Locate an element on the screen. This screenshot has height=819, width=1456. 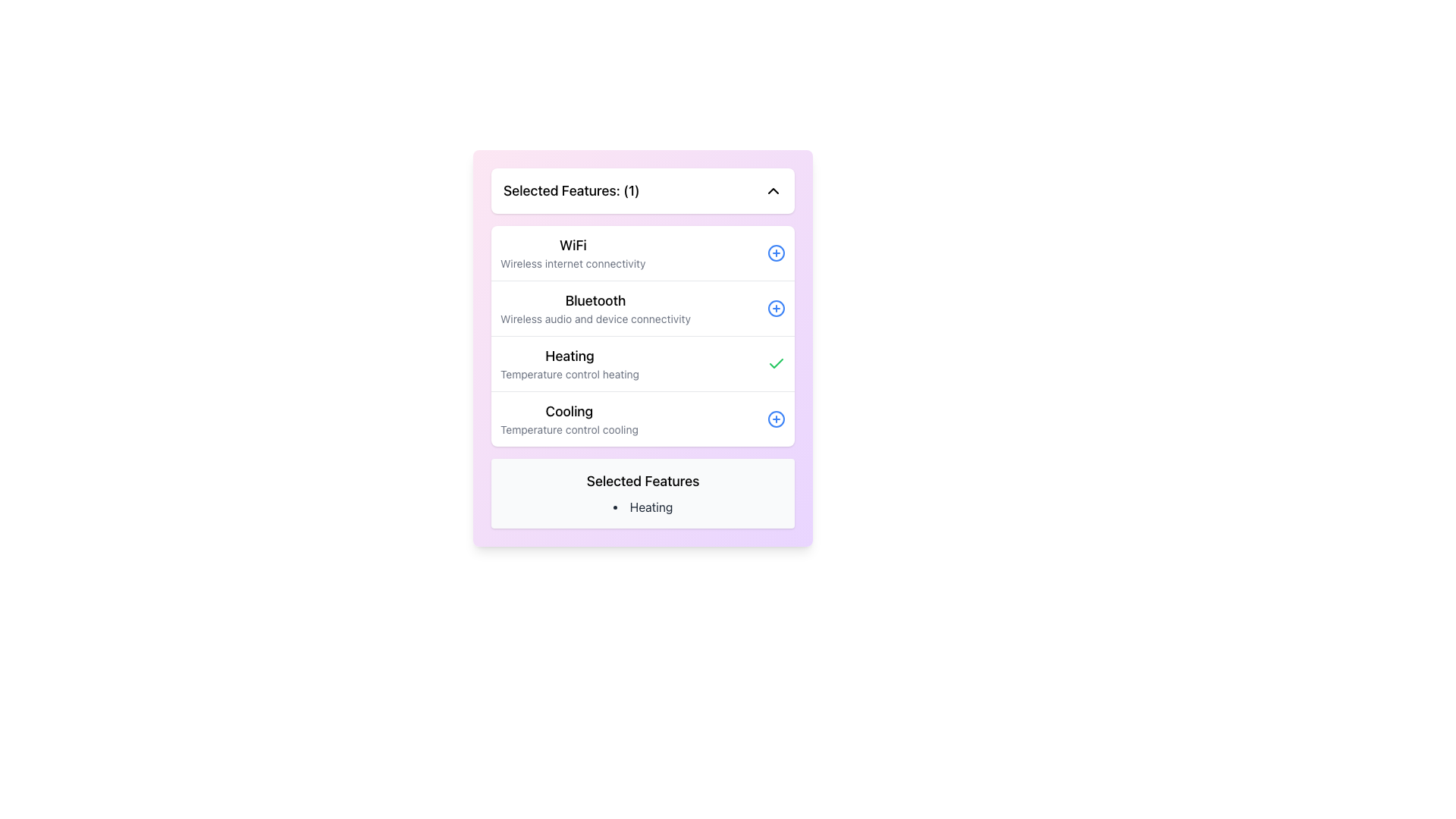
the static text label indicating the 'WiFi' feature, which is positioned at the top of the list of selectable features is located at coordinates (572, 245).